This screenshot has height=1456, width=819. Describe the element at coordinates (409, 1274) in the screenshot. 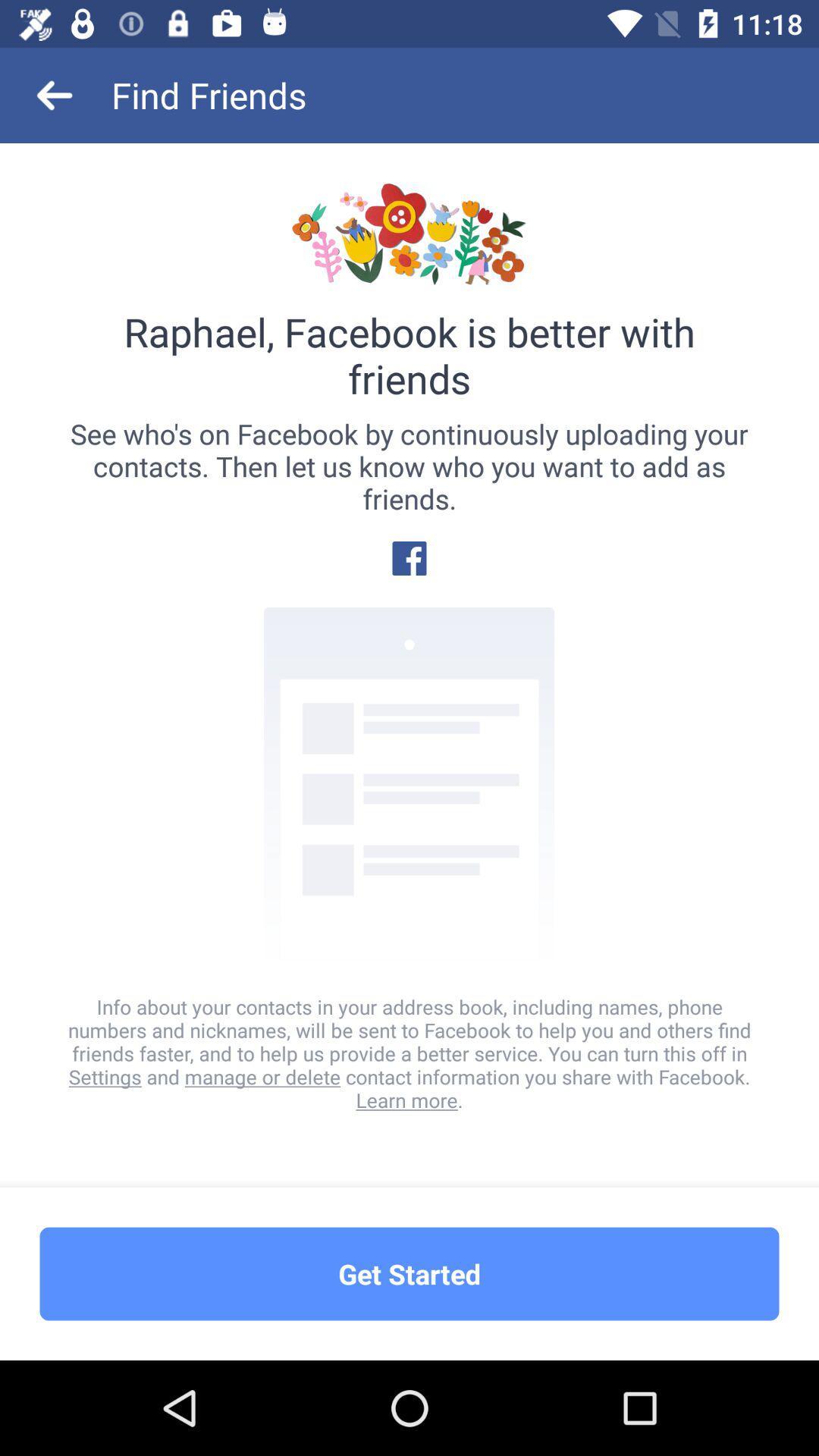

I see `the get started` at that location.